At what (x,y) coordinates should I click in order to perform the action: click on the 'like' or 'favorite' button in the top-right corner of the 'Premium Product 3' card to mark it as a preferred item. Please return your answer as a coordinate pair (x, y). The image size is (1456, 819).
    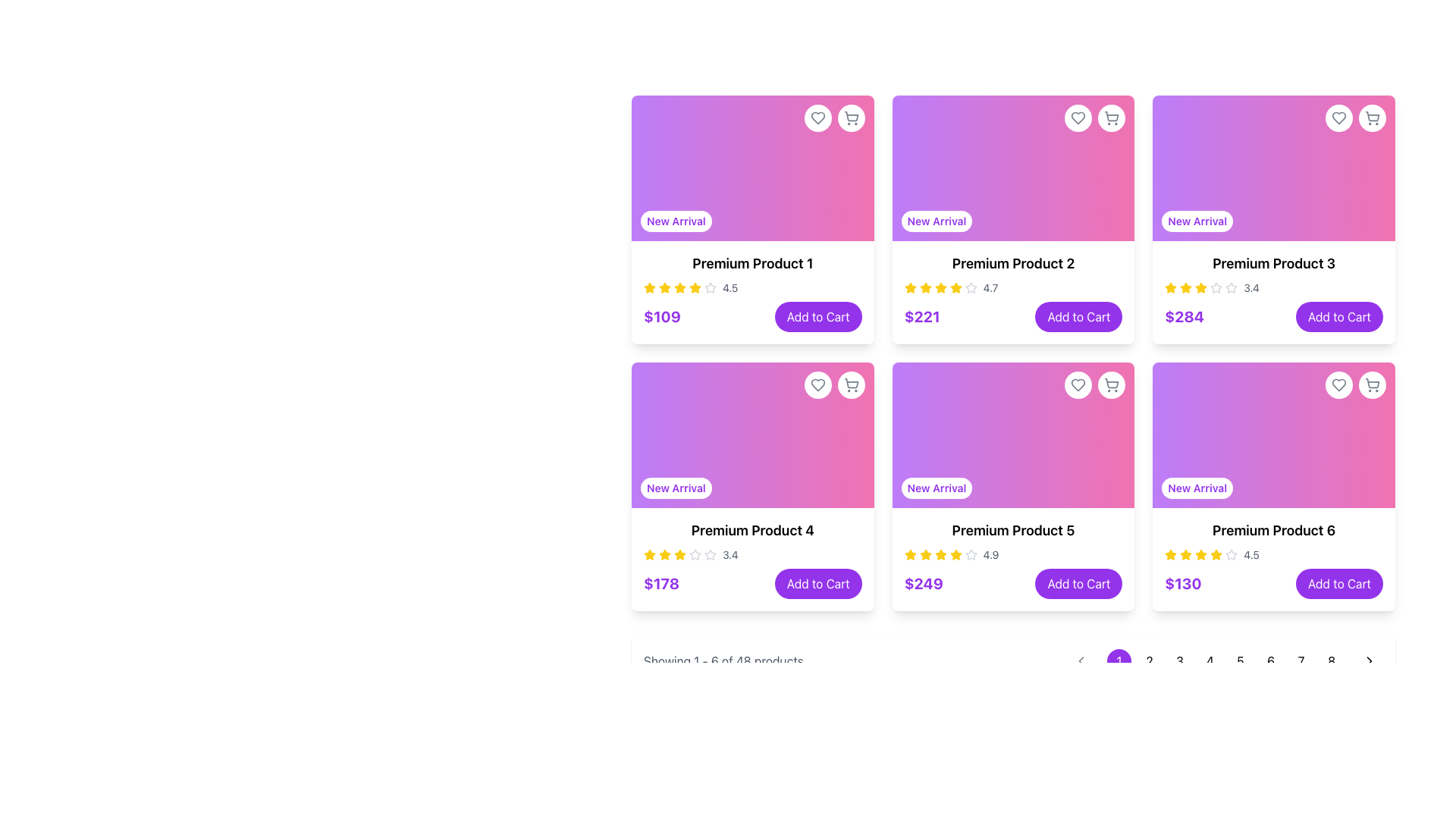
    Looking at the image, I should click on (1339, 117).